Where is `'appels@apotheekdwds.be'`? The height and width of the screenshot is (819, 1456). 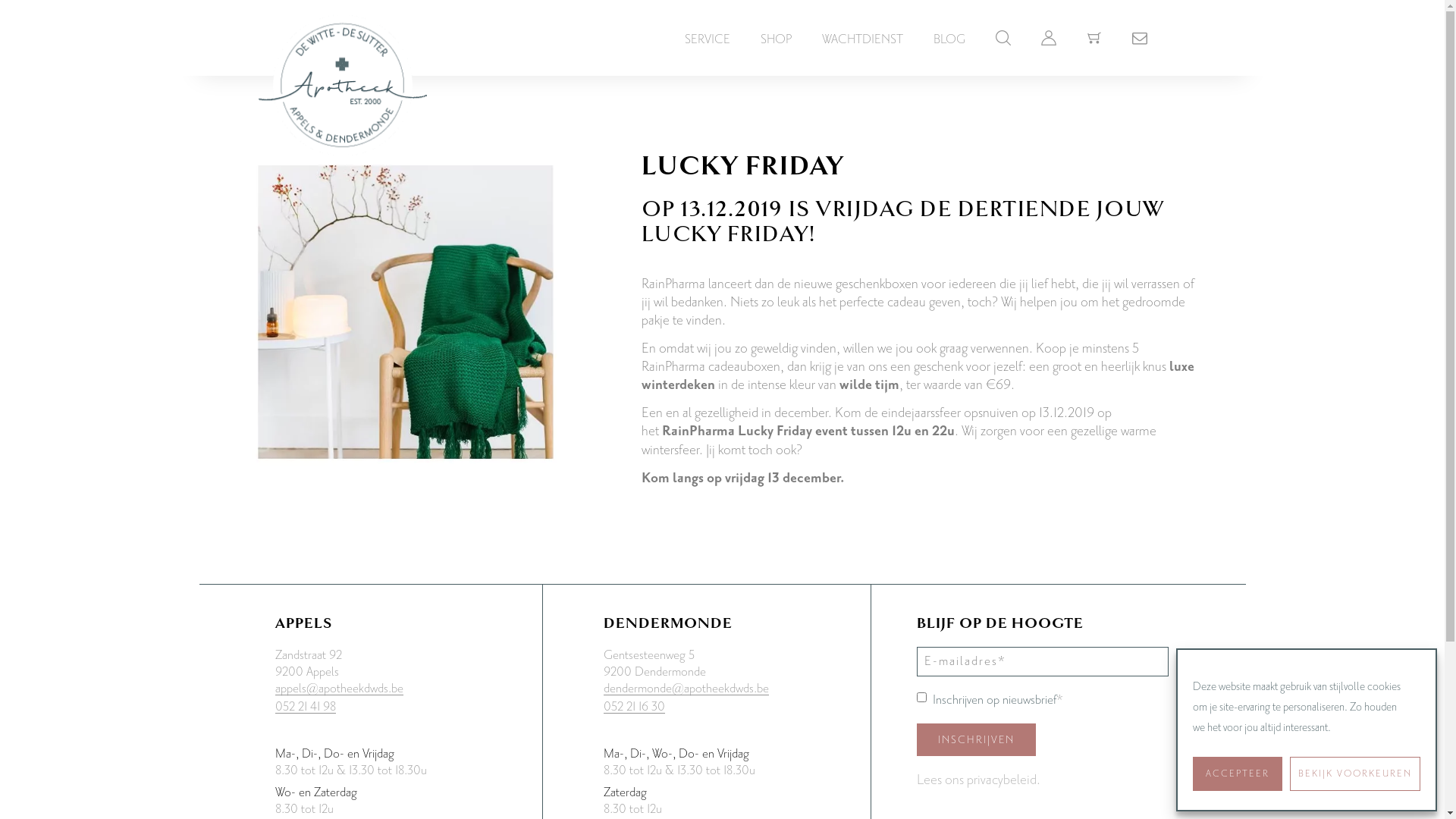
'appels@apotheekdwds.be' is located at coordinates (337, 689).